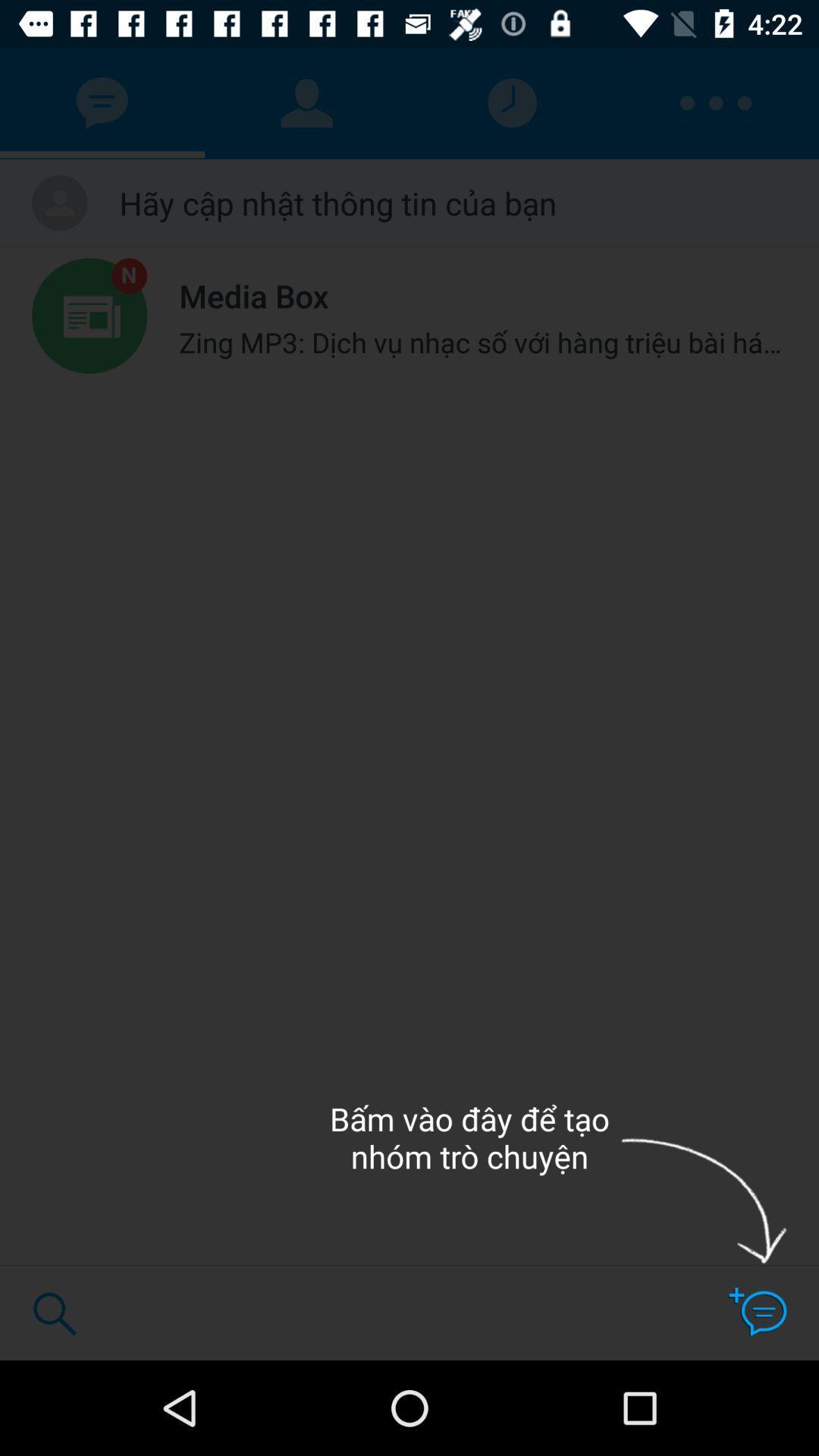 This screenshot has width=819, height=1456. I want to click on the chat icon, so click(758, 1312).